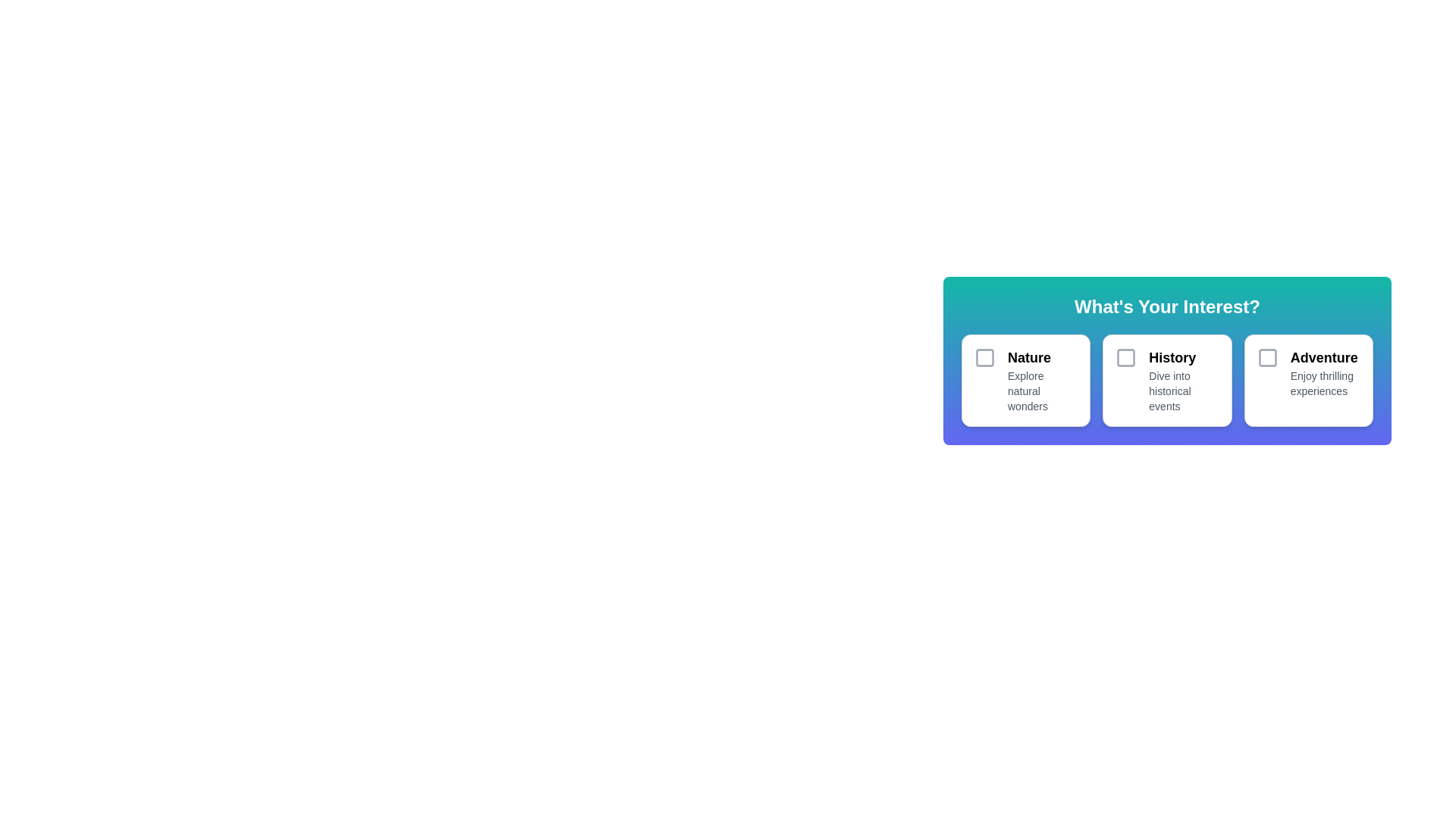 The height and width of the screenshot is (819, 1456). What do you see at coordinates (1126, 357) in the screenshot?
I see `the checkbox located within the 'History' option` at bounding box center [1126, 357].